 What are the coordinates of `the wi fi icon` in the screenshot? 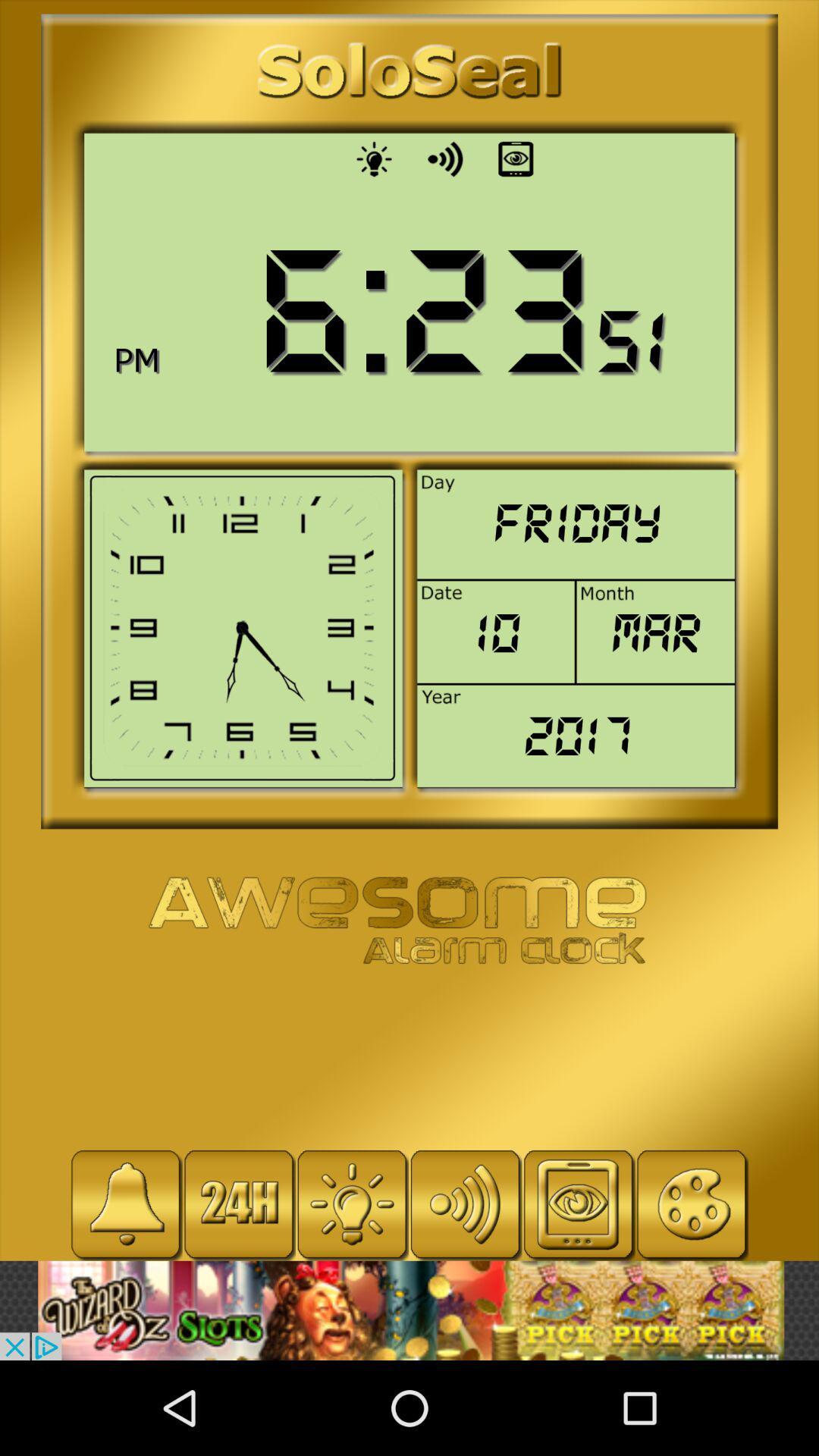 It's located at (464, 1203).